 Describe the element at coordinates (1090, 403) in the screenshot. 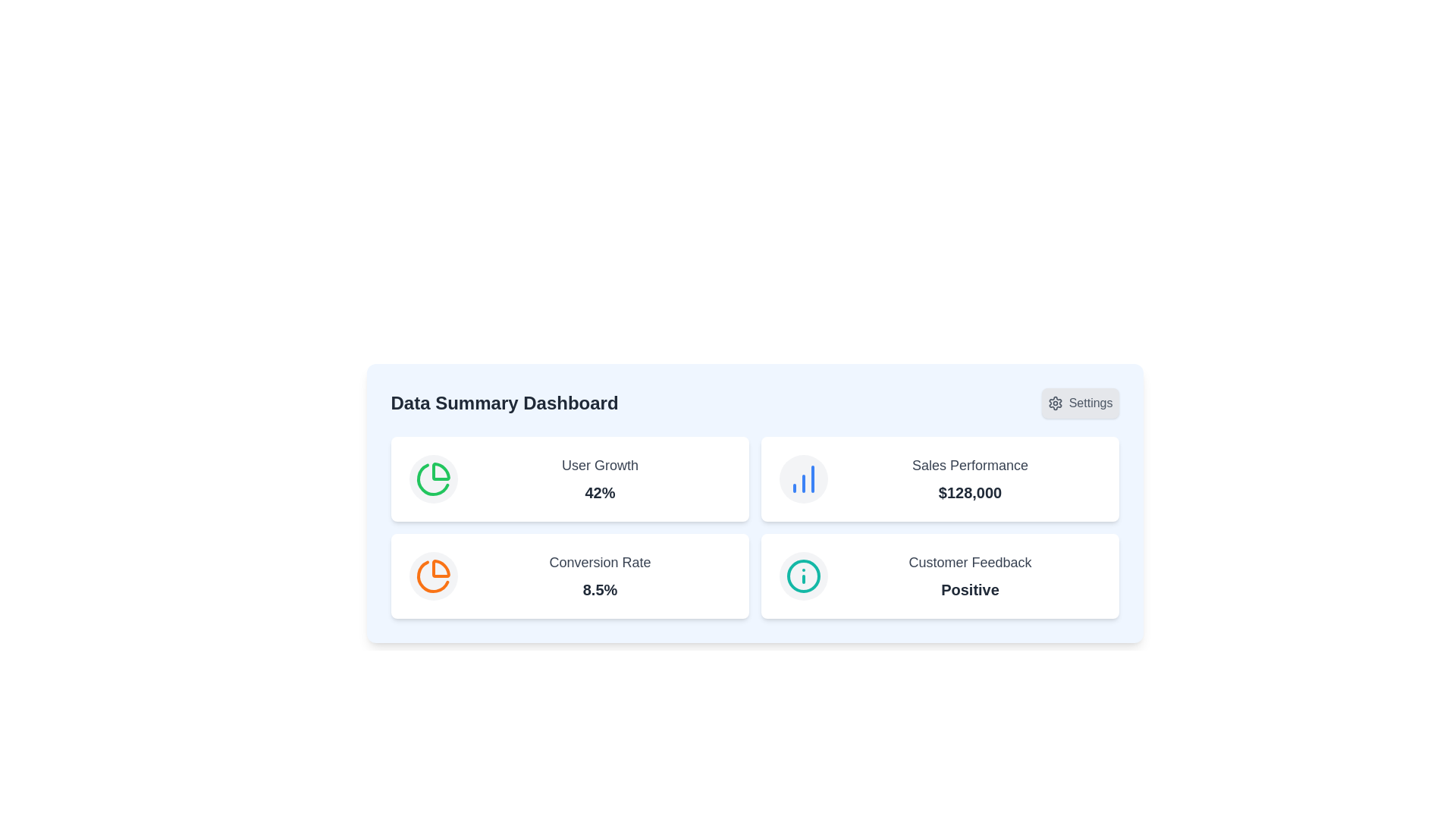

I see `label text indicating the functionality of the settings button, positioned in the top-right corner of the interface, adjacent to the header text of the dashboard` at that location.